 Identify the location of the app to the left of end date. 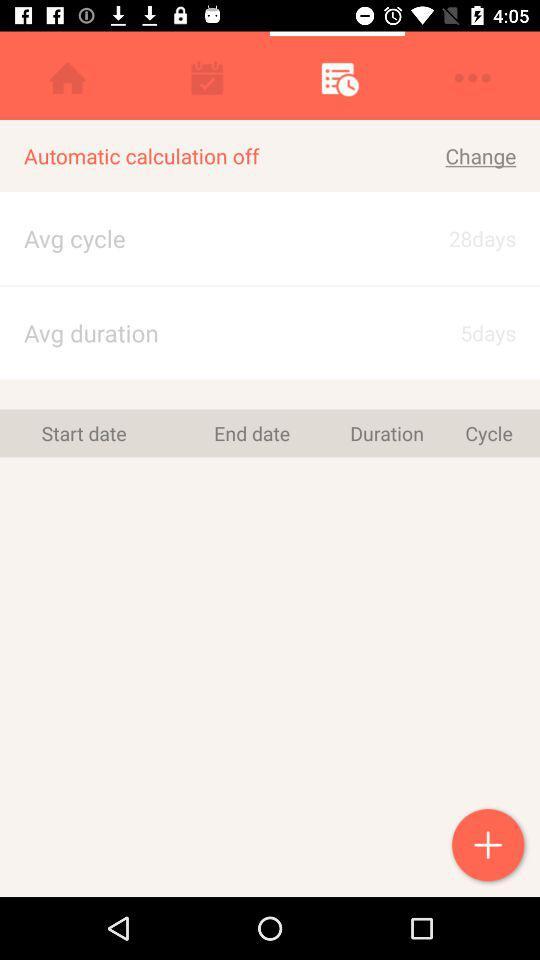
(83, 433).